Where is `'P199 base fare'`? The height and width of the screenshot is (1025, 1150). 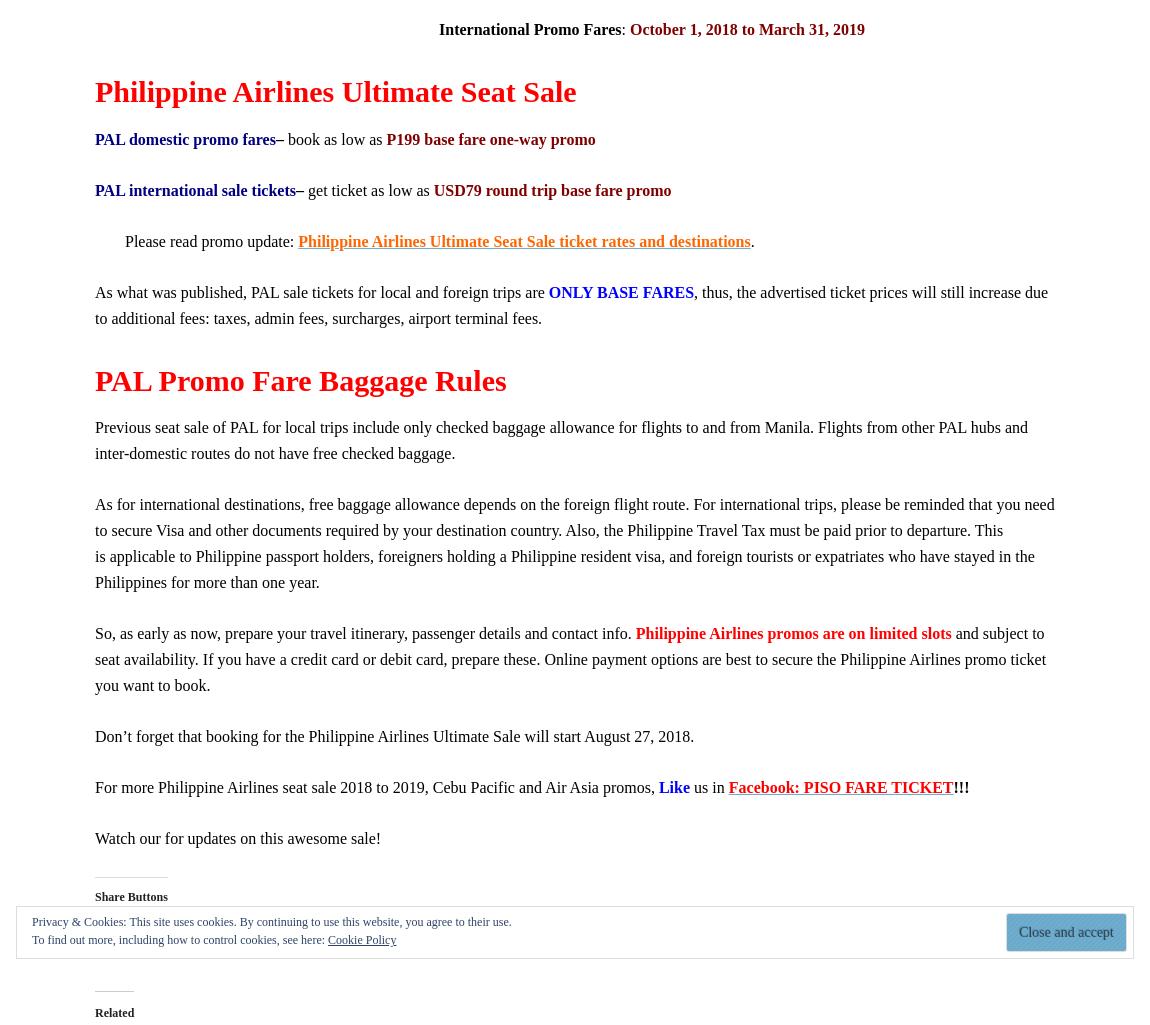
'P199 base fare' is located at coordinates (386, 138).